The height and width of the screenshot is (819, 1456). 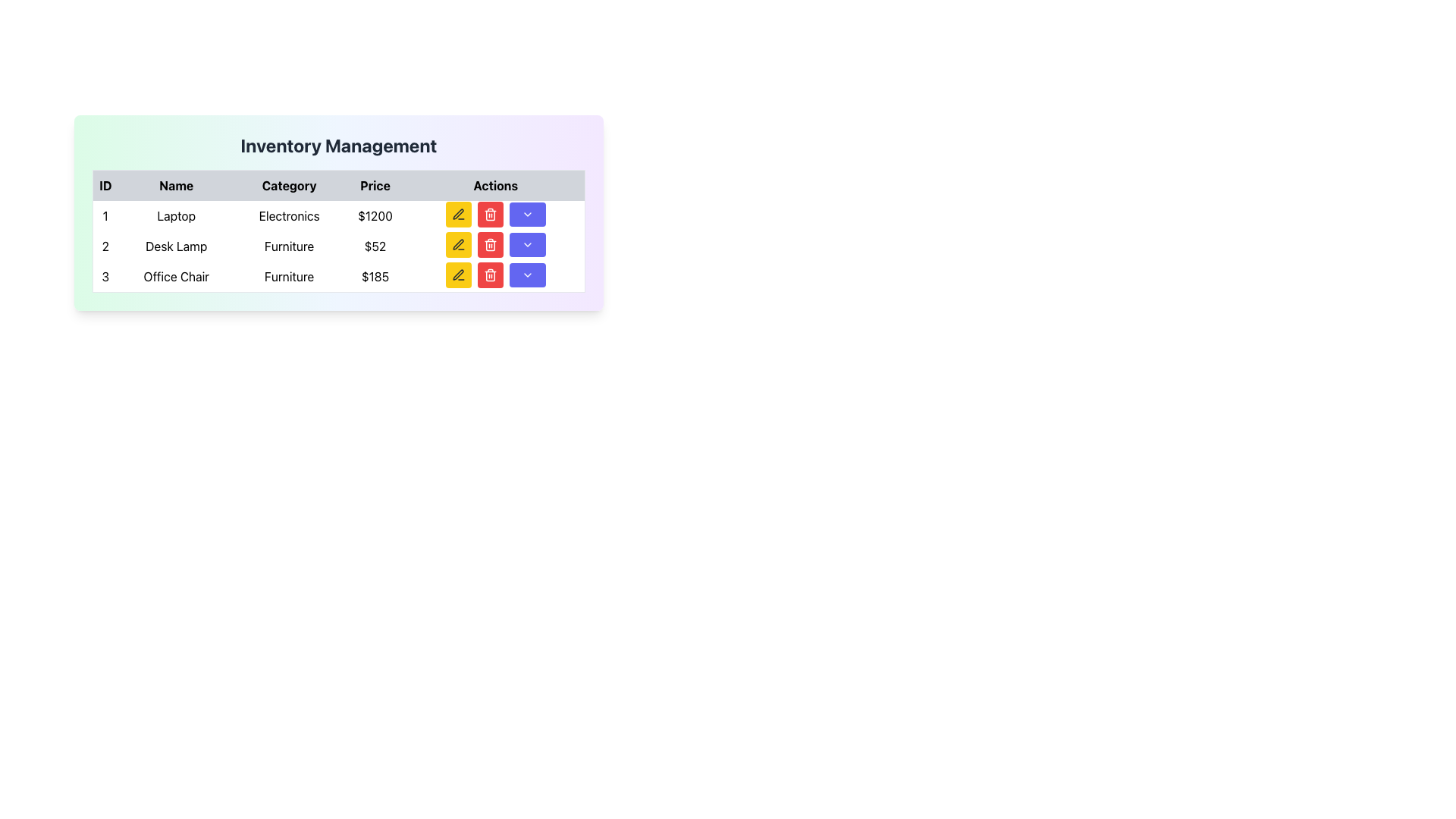 What do you see at coordinates (176, 184) in the screenshot?
I see `the 'Name' text label in the header row of the data table, which is the second cell from the left` at bounding box center [176, 184].